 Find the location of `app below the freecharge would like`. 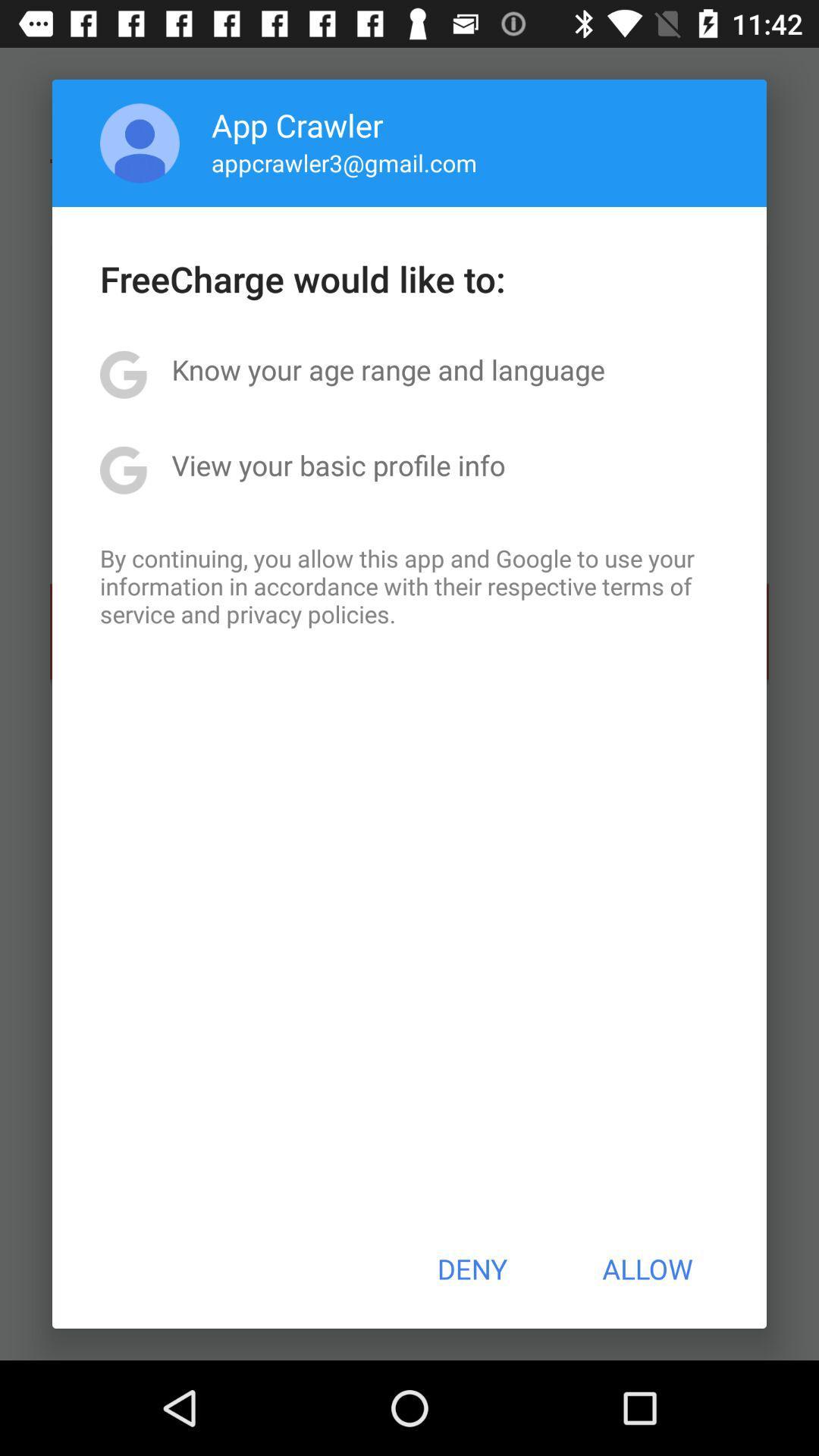

app below the freecharge would like is located at coordinates (388, 369).